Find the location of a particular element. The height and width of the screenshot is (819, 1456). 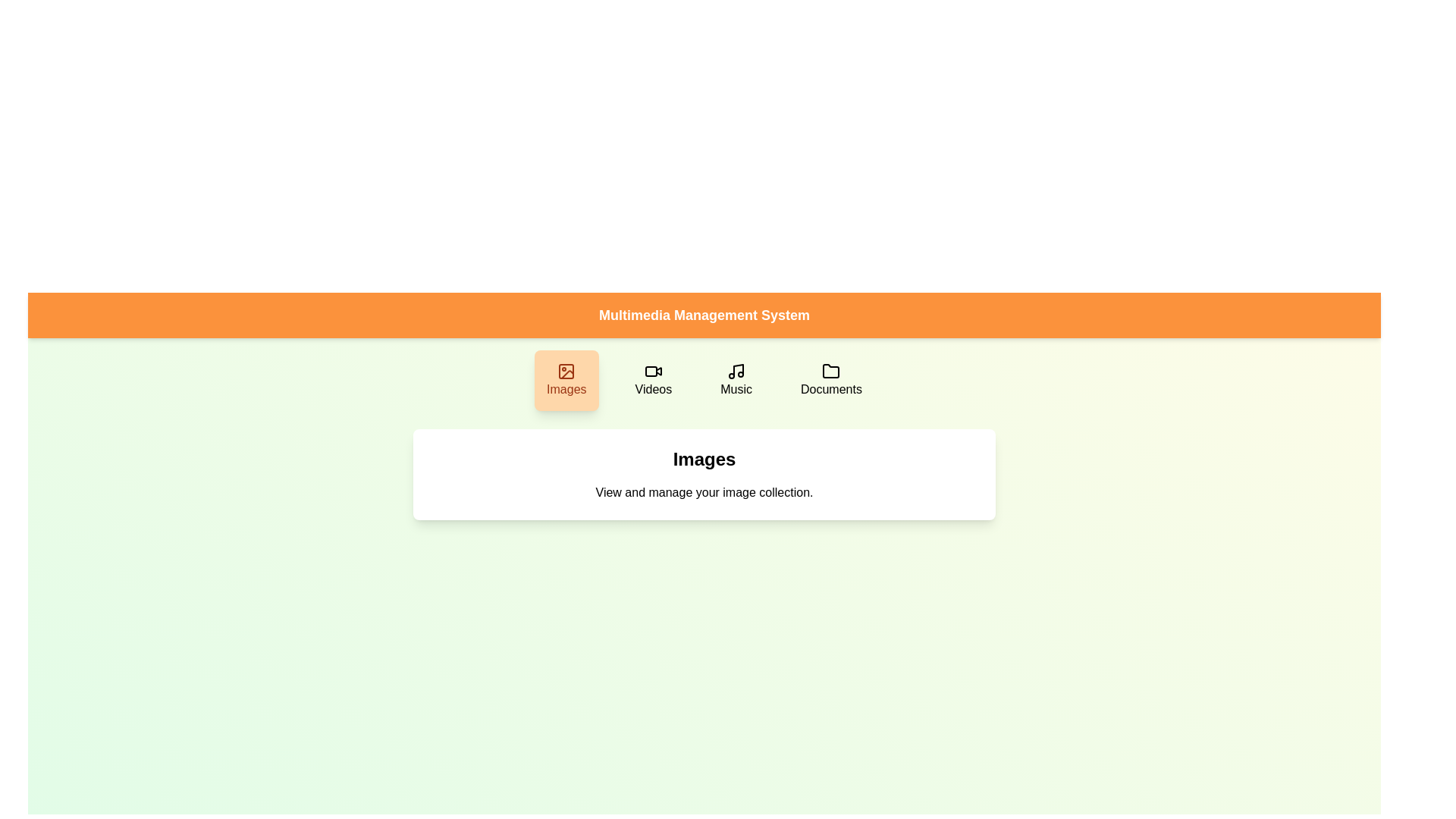

the Documents button to switch the active category is located at coordinates (830, 379).